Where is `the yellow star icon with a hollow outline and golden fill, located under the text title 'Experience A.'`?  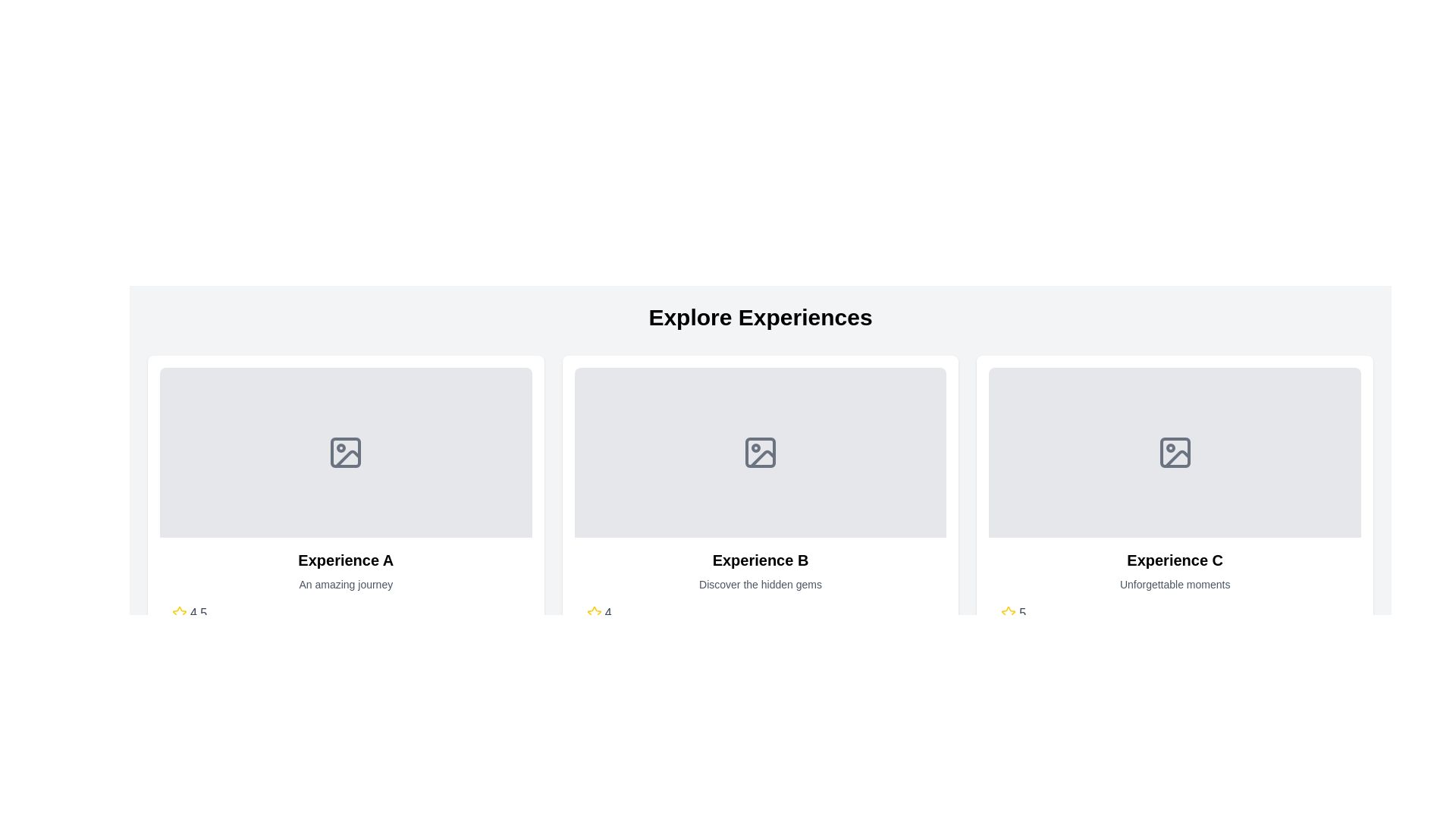 the yellow star icon with a hollow outline and golden fill, located under the text title 'Experience A.' is located at coordinates (593, 612).